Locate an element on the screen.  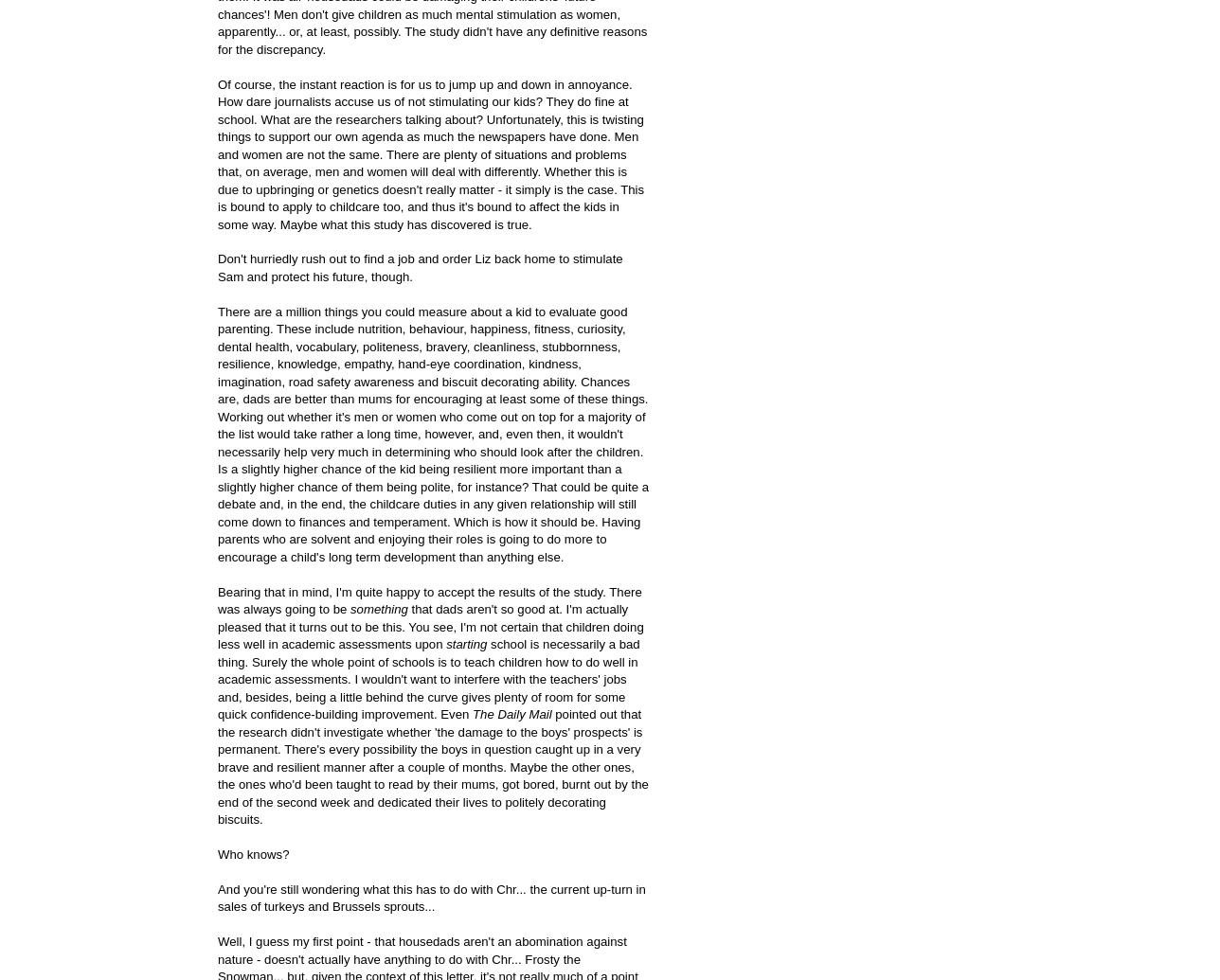
'There are a million things you could measure about a kid to evaluate good parenting. These include nutrition, behaviour, happiness, fitness, curiosity, dental health, vocabulary, politeness, bravery, cleanliness, stubbornness, resilience, knowledge, empathy, hand-eye coordination, kindness, imagination, road safety awareness and biscuit decorating ability. Chances are, dads are better than mums for encouraging at least some of these things. Working out whether it's men or women who come out on top for a majority of the list would take rather a long time, however, and, even then, it wouldn't necessarily help very much in determining who should look after the children. Is a slightly higher chance of the kid being resilient more important than a slightly higher chance of them being polite, for instance? That could be quite a debate and, in the end, the childcare duties in any given relationship will still come down to finances and temperament. Which is how it should be. Having parents who are solvent and enjoying their roles is going to do more to encourage a child's long term development than anything else.' is located at coordinates (433, 433).